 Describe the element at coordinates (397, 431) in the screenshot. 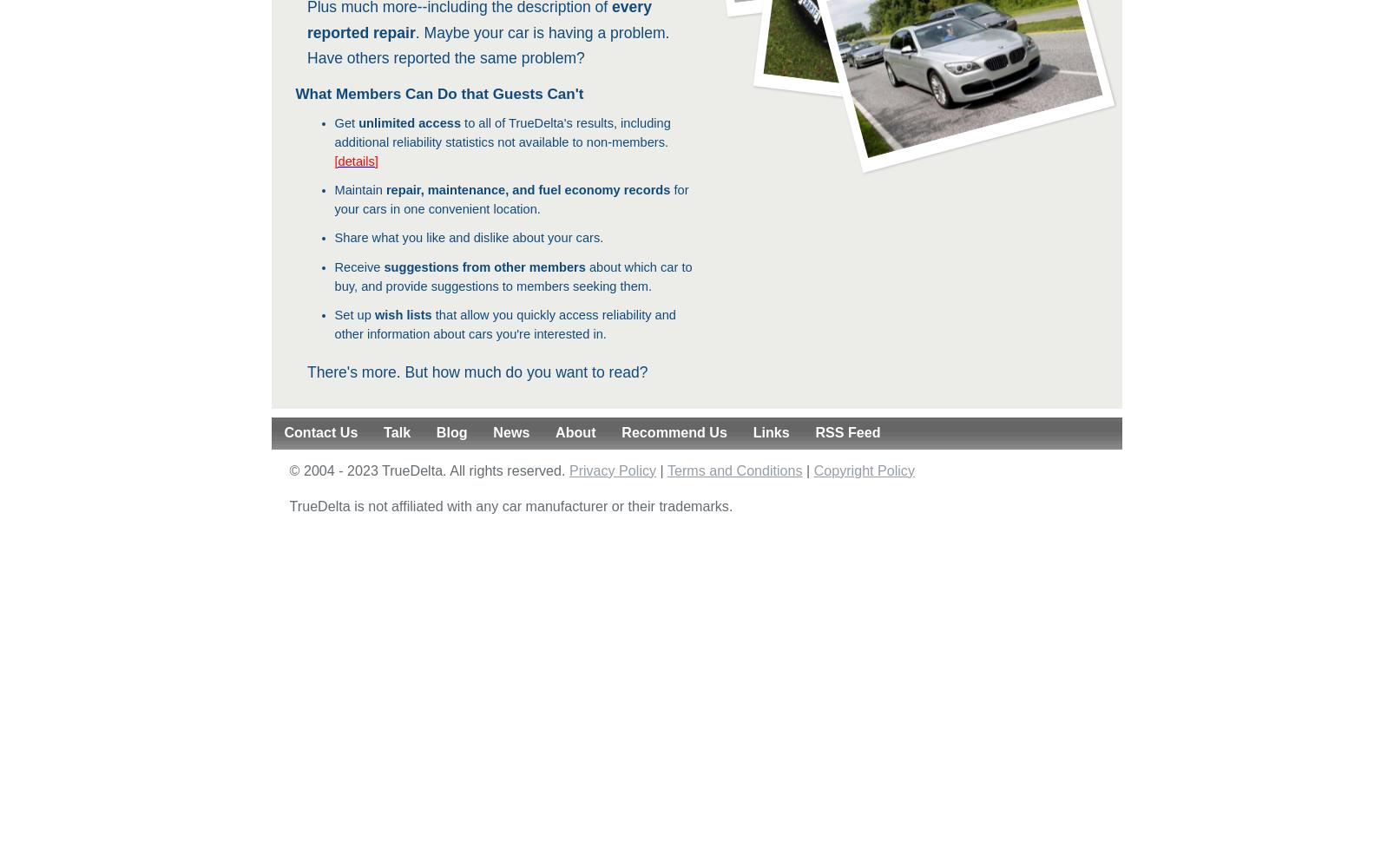

I see `'Talk'` at that location.